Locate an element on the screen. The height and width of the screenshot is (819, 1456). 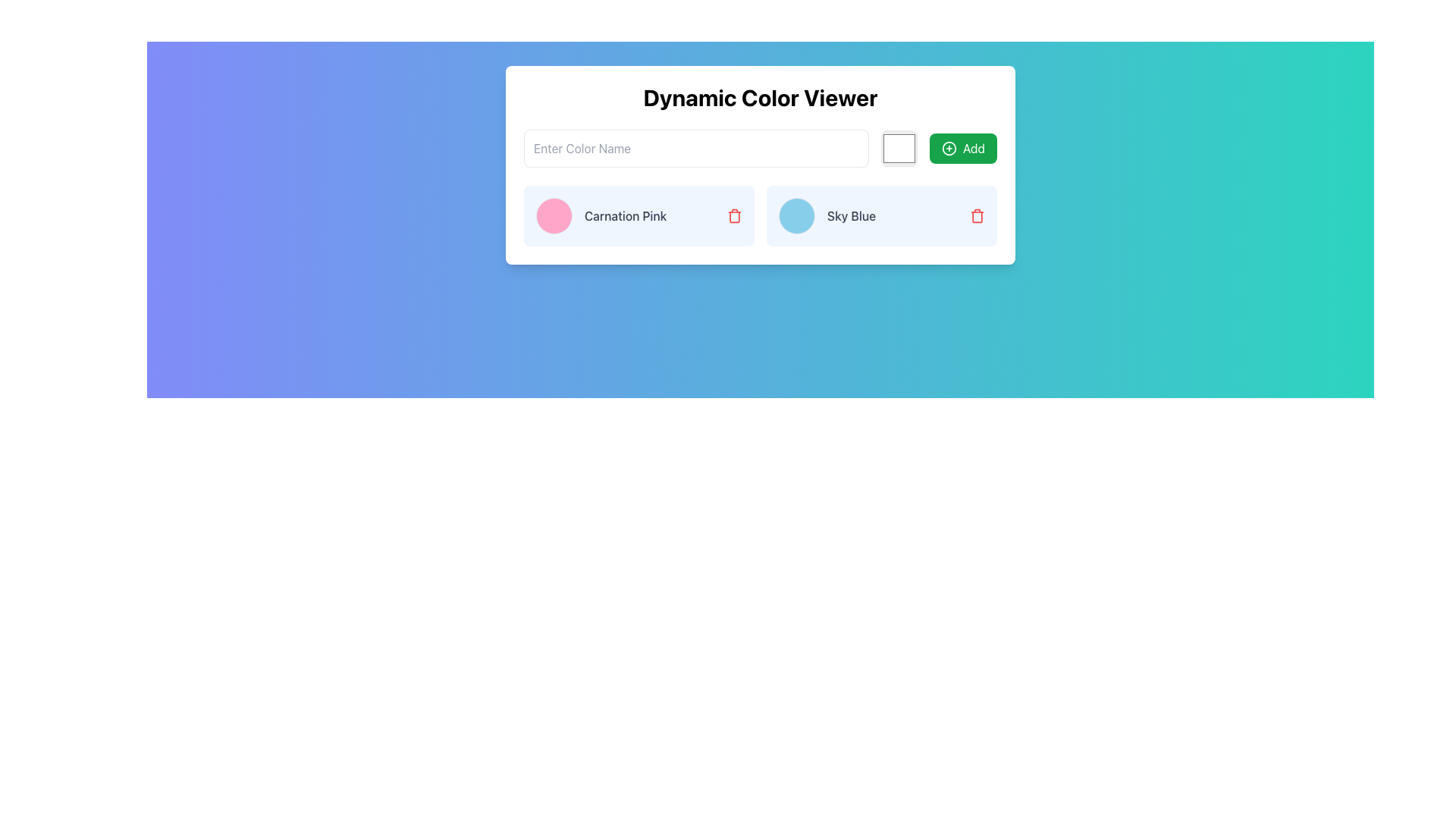
the third button located to the right of the input field for entering a color name and a square color picker, which is intended is located at coordinates (962, 149).